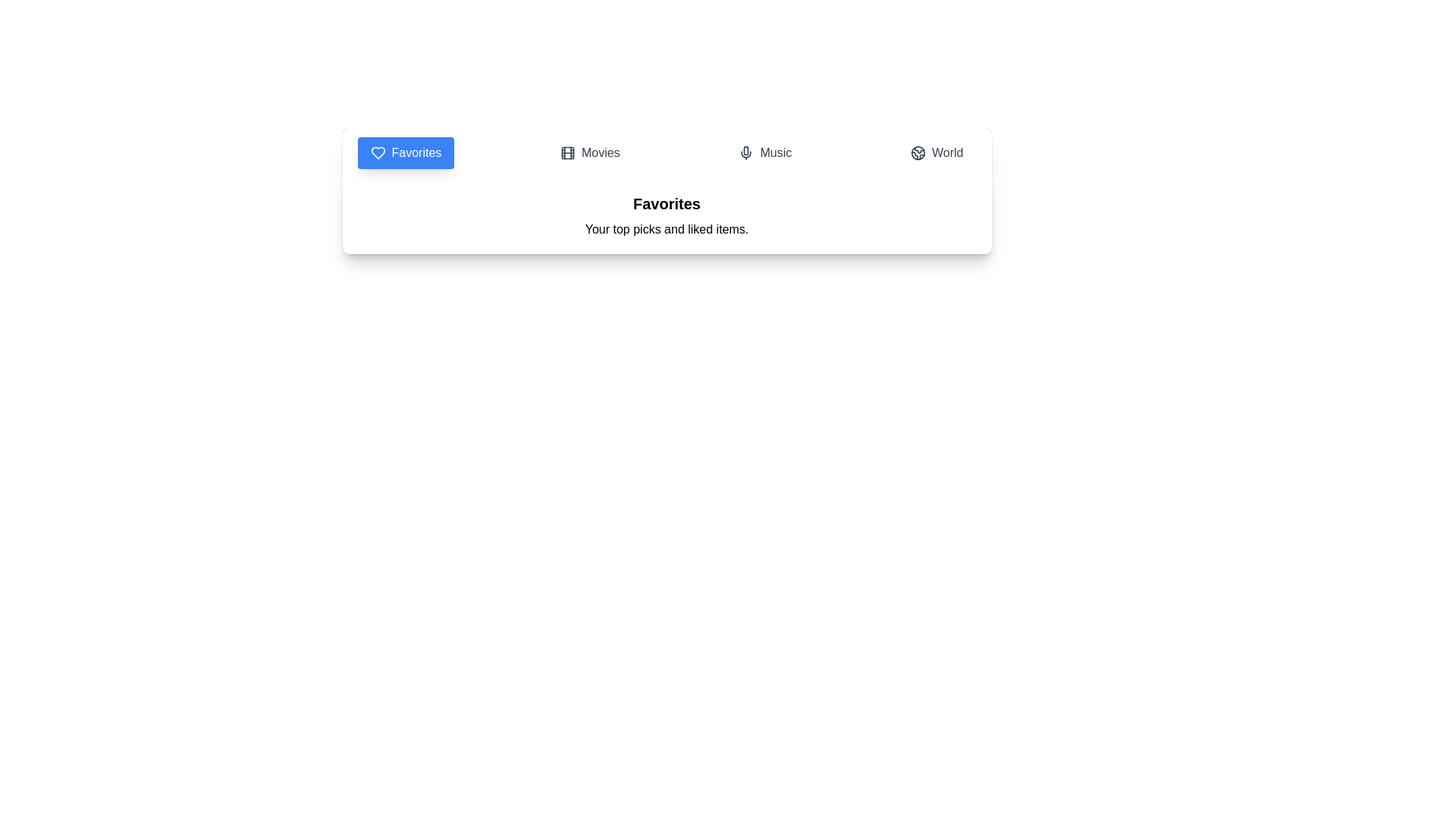 This screenshot has height=819, width=1456. What do you see at coordinates (936, 152) in the screenshot?
I see `the tab labeled World to select it` at bounding box center [936, 152].